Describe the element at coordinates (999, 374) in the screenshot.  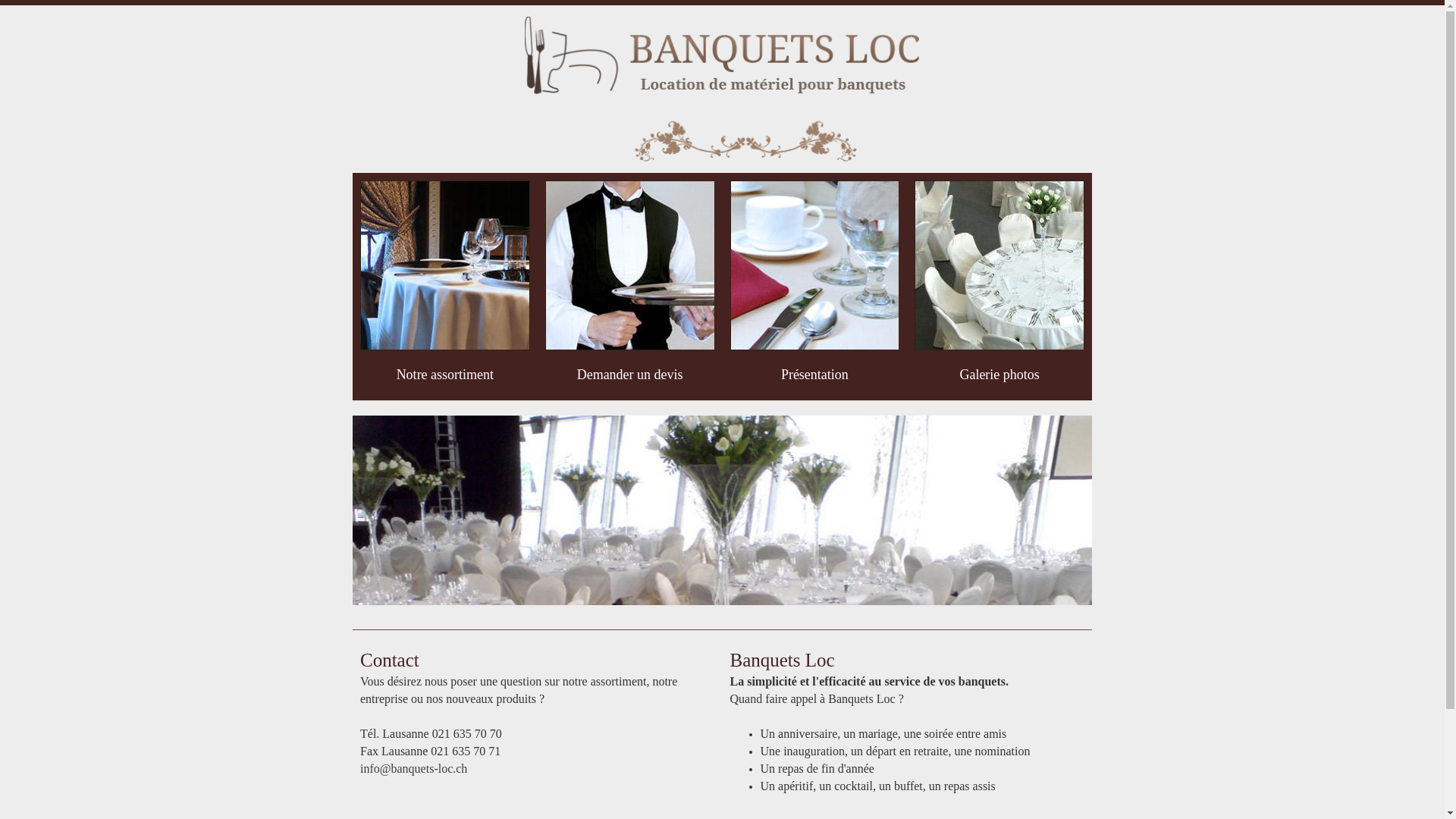
I see `'Galerie photos'` at that location.